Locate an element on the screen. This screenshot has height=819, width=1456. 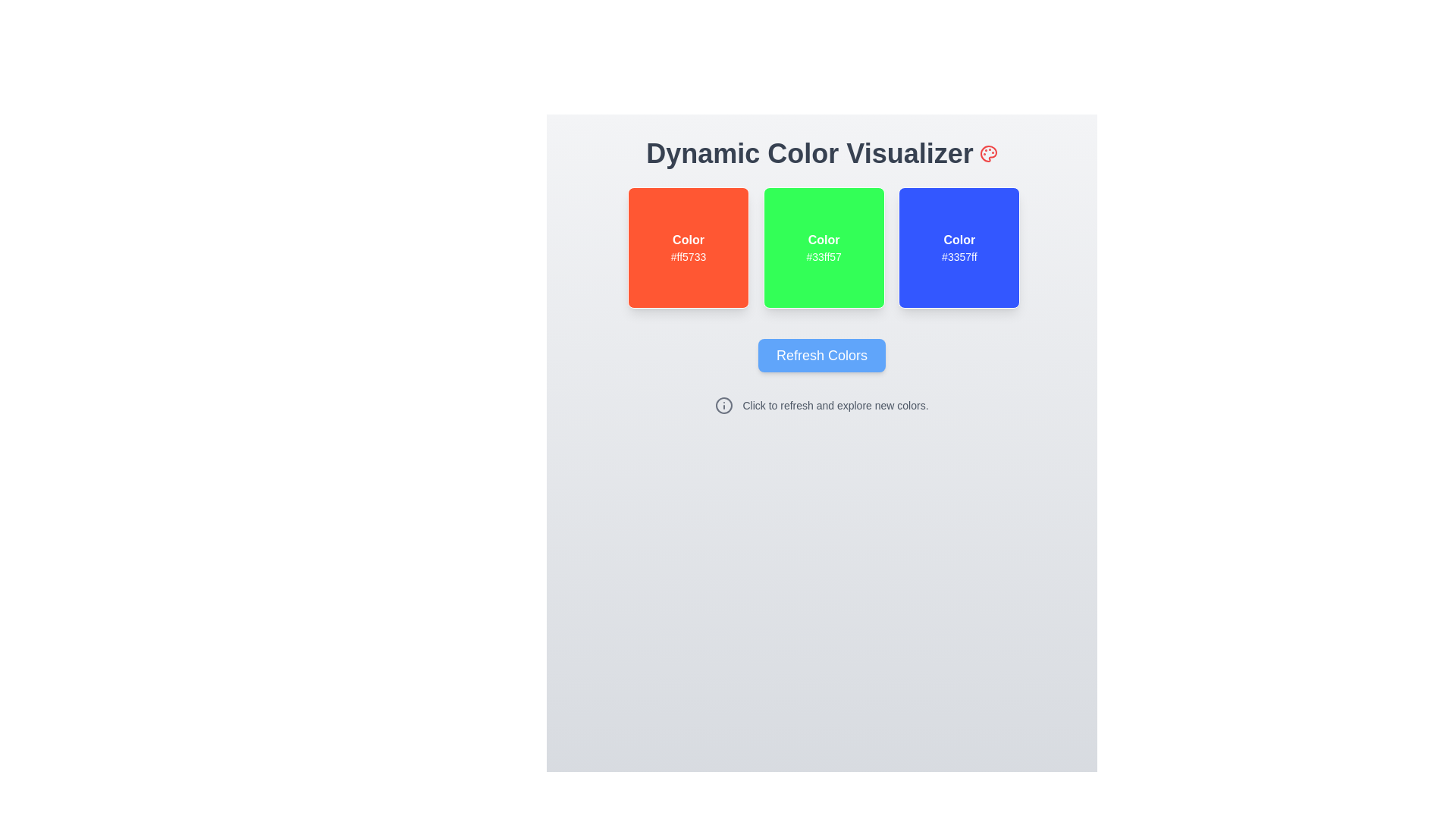
the Static Text element displaying the RGB color code, which is located slightly below the centered text 'Color' in the first of three horizontal rectangles at the top-center of the page is located at coordinates (687, 256).